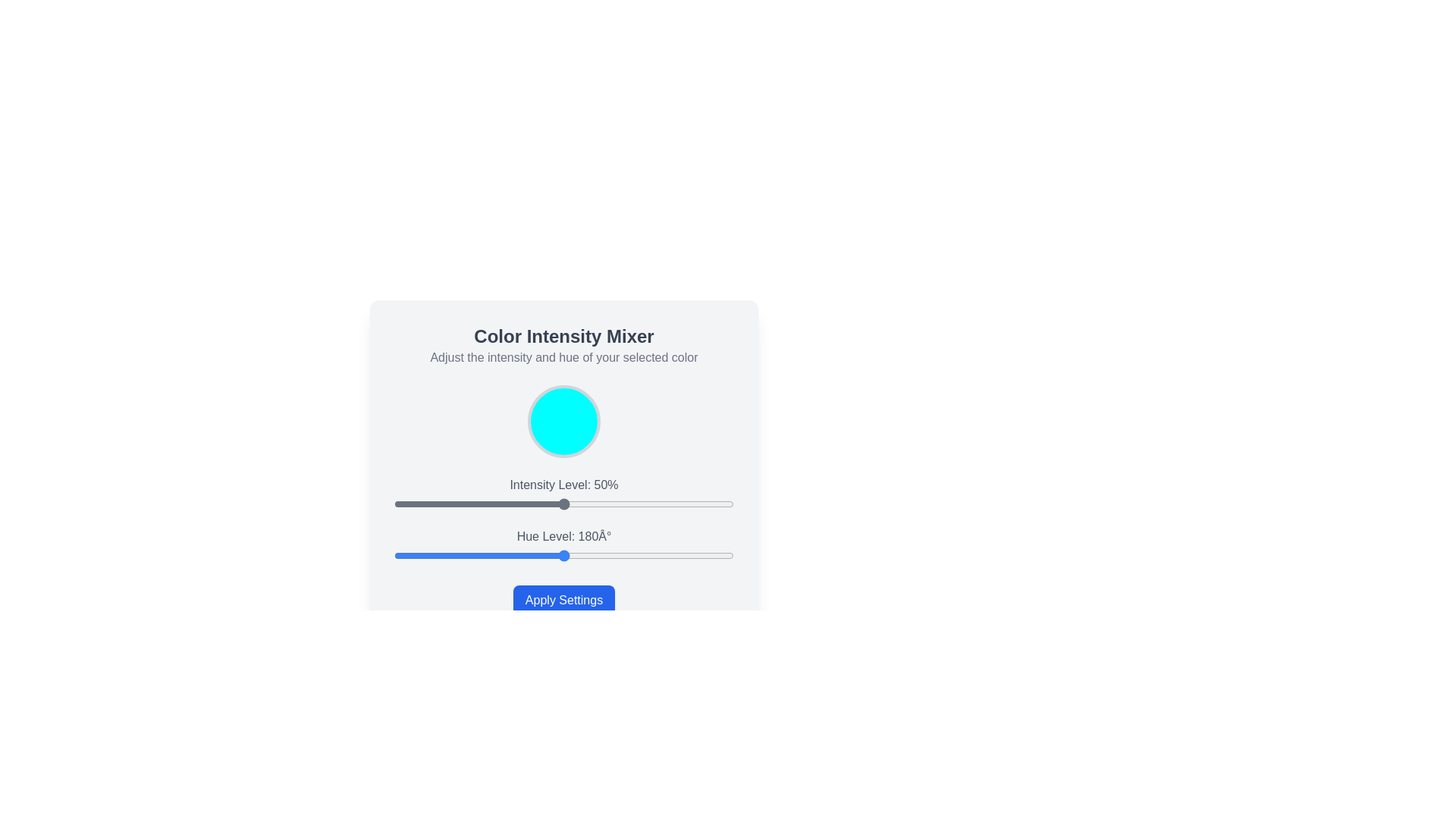  I want to click on the hue level slider to 304°, so click(680, 555).